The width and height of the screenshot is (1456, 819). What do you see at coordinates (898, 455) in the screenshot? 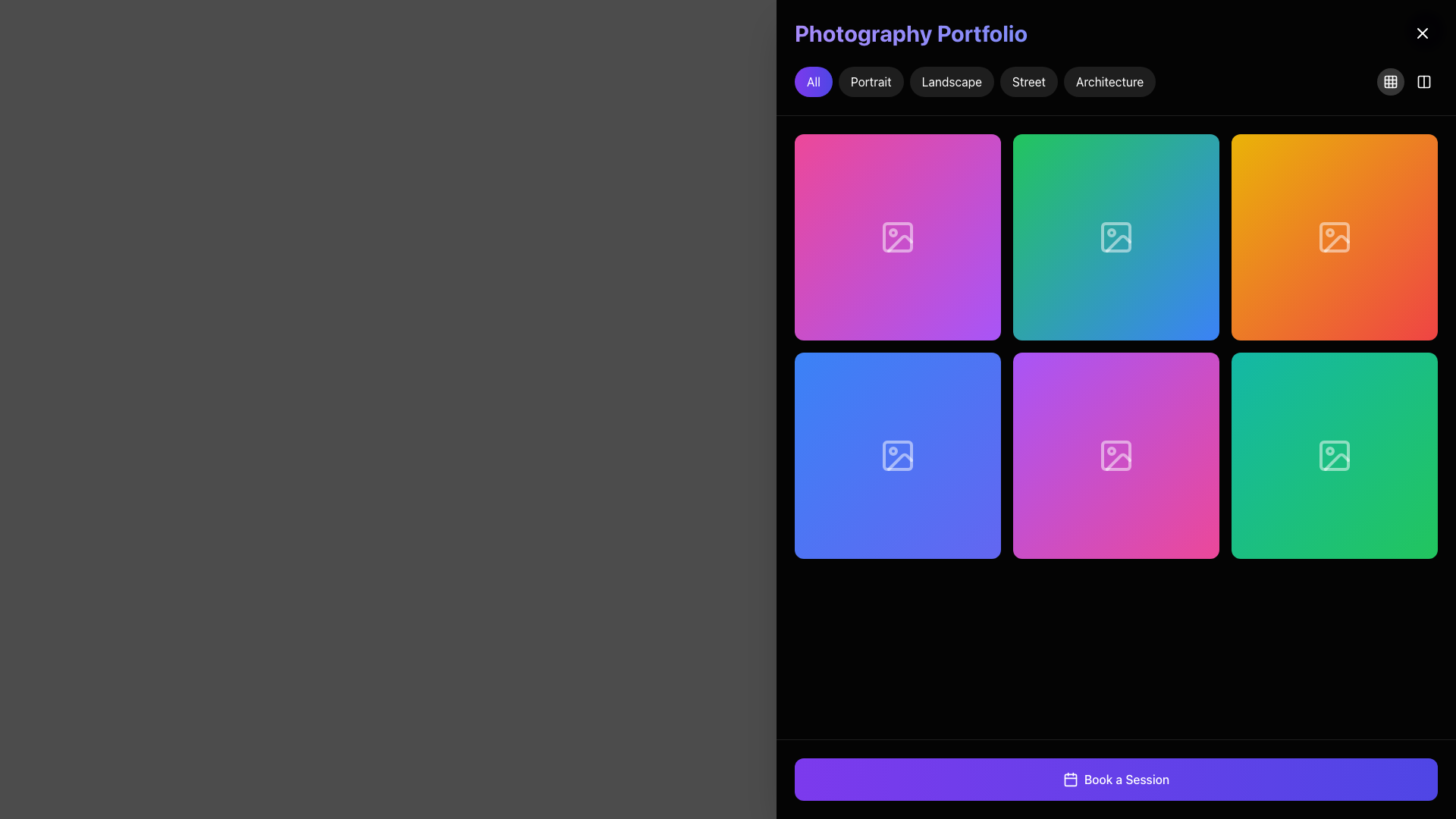
I see `the non-interactive SVG rectangle component located at the center of the blue square tile in the second row, first column of the grid` at bounding box center [898, 455].